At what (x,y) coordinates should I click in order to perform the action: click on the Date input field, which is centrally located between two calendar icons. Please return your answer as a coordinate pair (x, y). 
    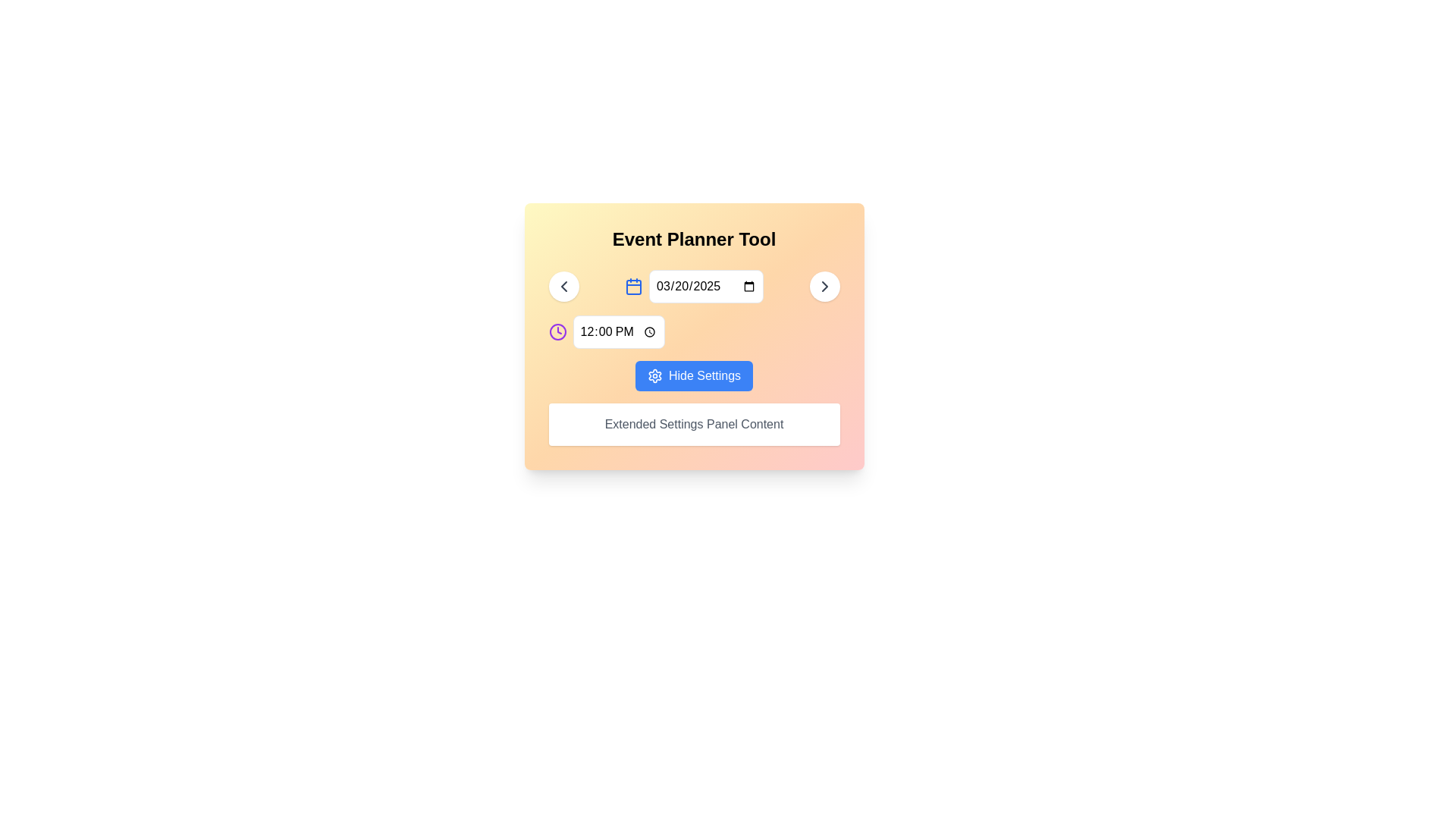
    Looking at the image, I should click on (693, 287).